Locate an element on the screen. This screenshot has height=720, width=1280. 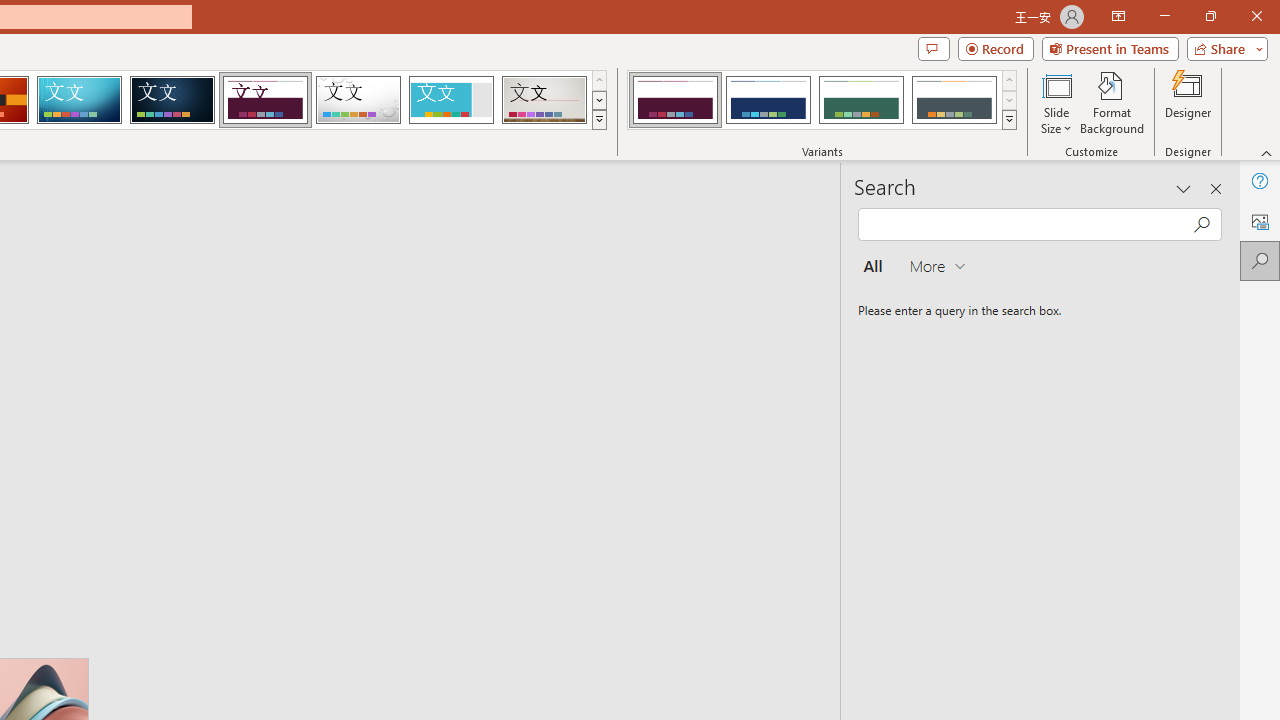
'Variants' is located at coordinates (1009, 120).